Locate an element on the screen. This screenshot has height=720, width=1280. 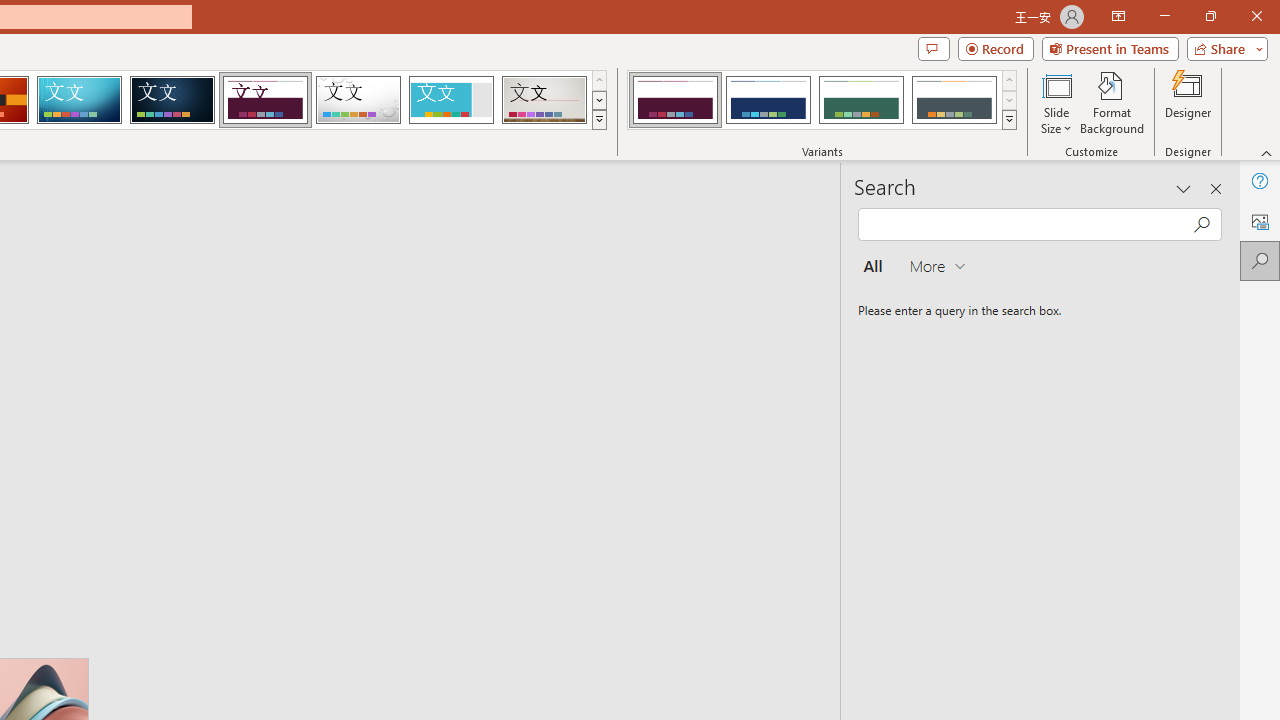
'Variants' is located at coordinates (1009, 120).